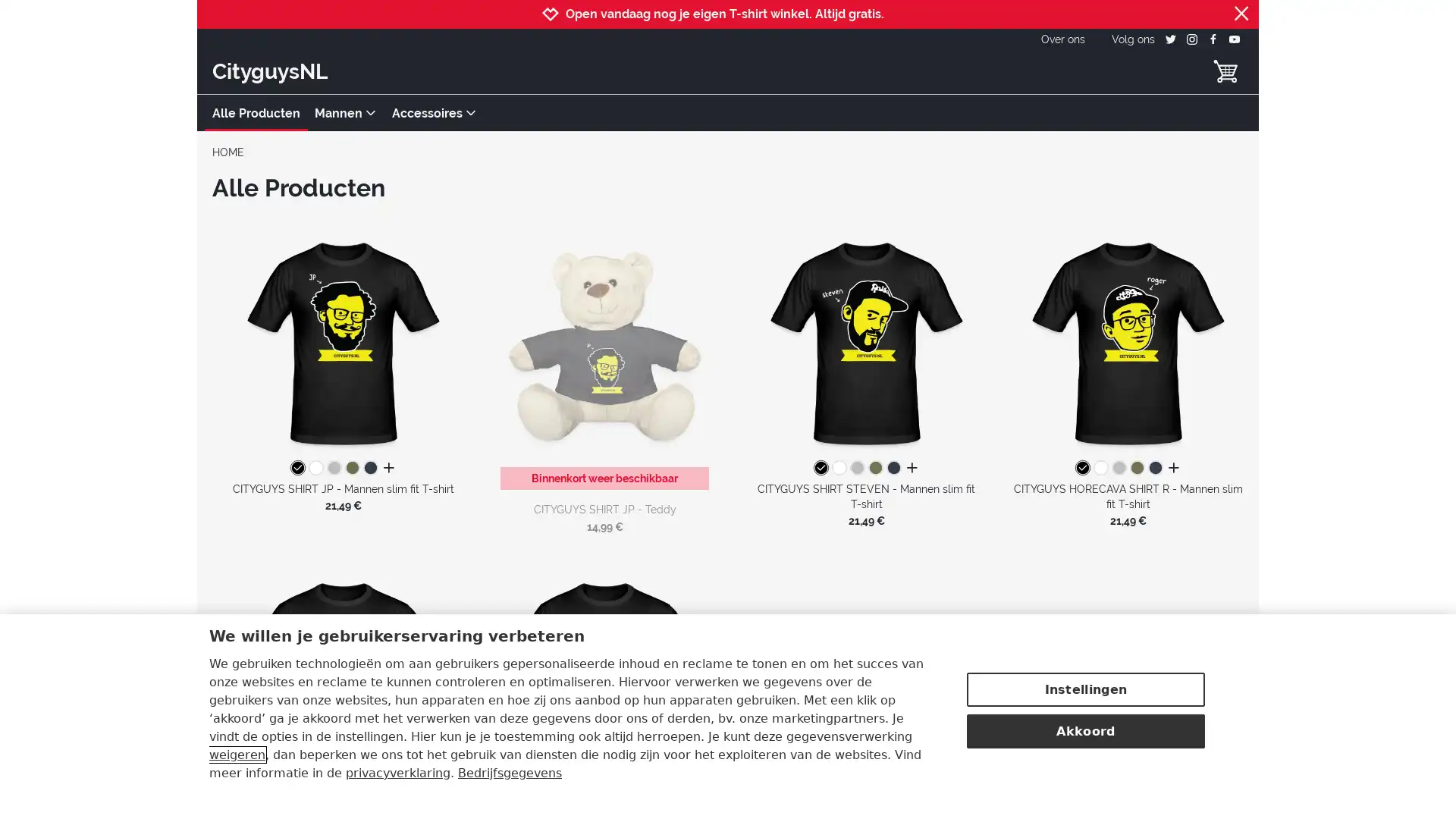 This screenshot has height=819, width=1456. I want to click on CITYGUYS SHIRT STEVEN - Mannen slim fit T-shirt, so click(866, 340).